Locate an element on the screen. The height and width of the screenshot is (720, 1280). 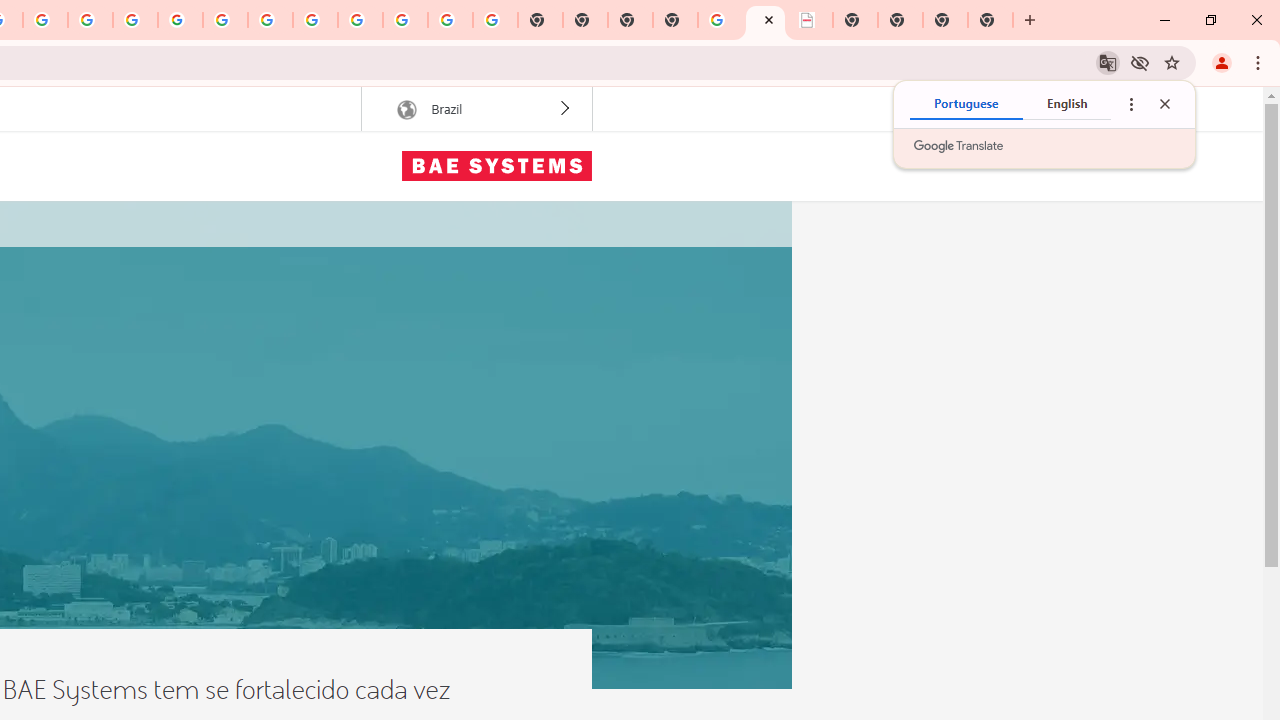
'BAE Systems Brasil | BAE Systems' is located at coordinates (764, 20).